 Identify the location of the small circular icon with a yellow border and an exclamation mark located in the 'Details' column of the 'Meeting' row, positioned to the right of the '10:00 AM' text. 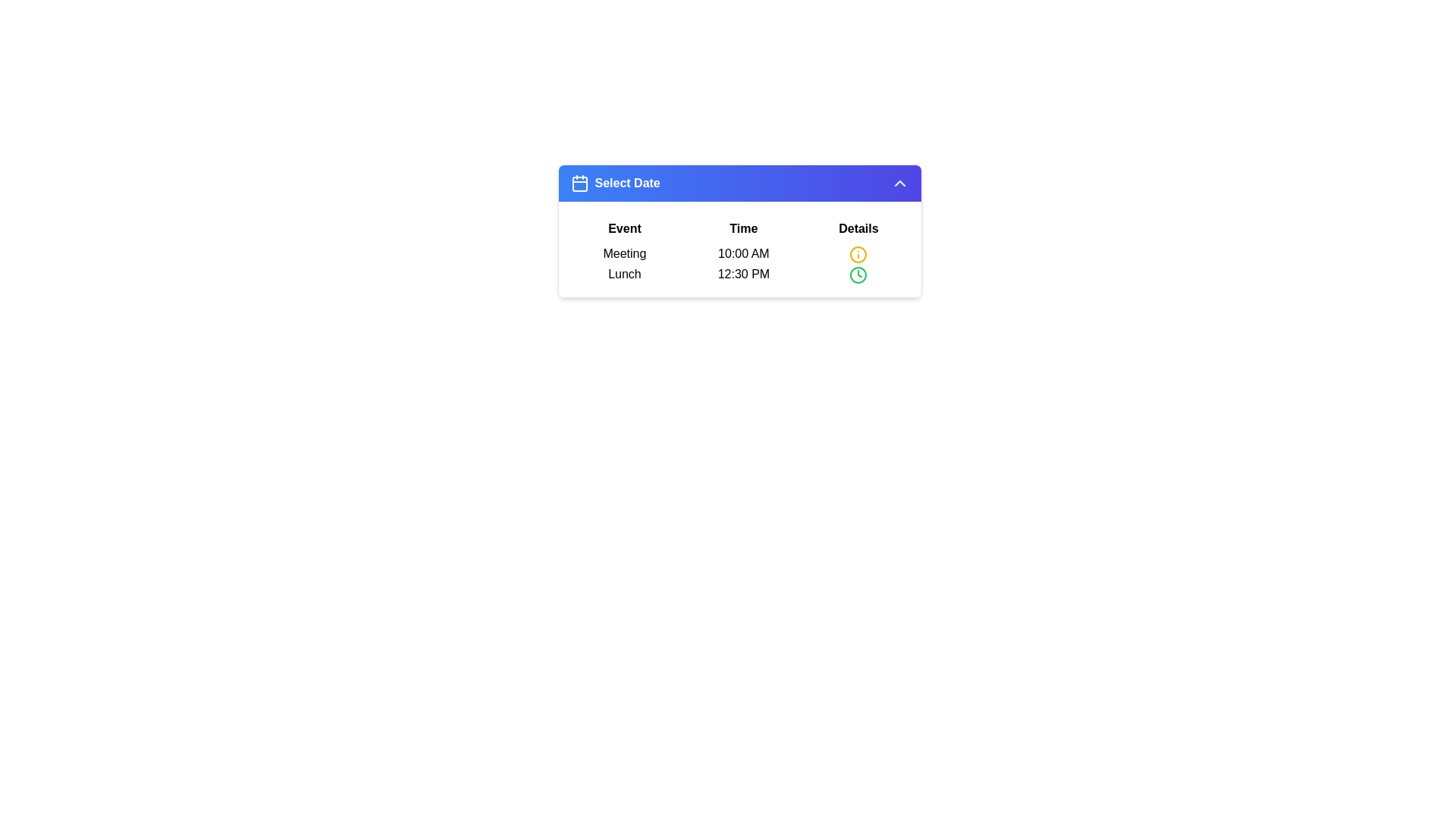
(858, 253).